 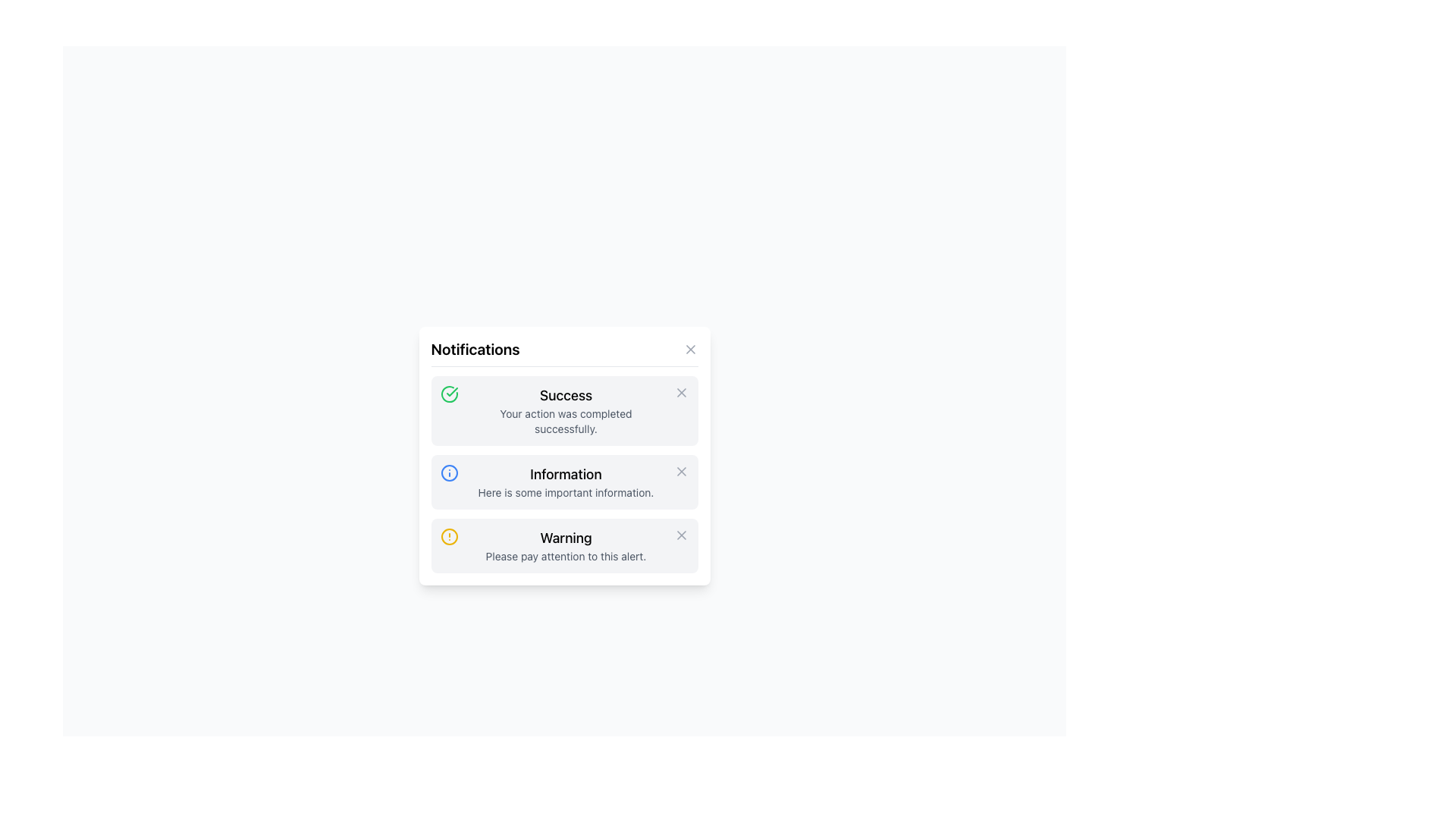 What do you see at coordinates (565, 394) in the screenshot?
I see `the 'Success' text label, which is prominently displayed in bold font within the first notification card of the 'Notifications' list, positioned above a smaller descriptive text and to the right of a green circular checkmark icon` at bounding box center [565, 394].